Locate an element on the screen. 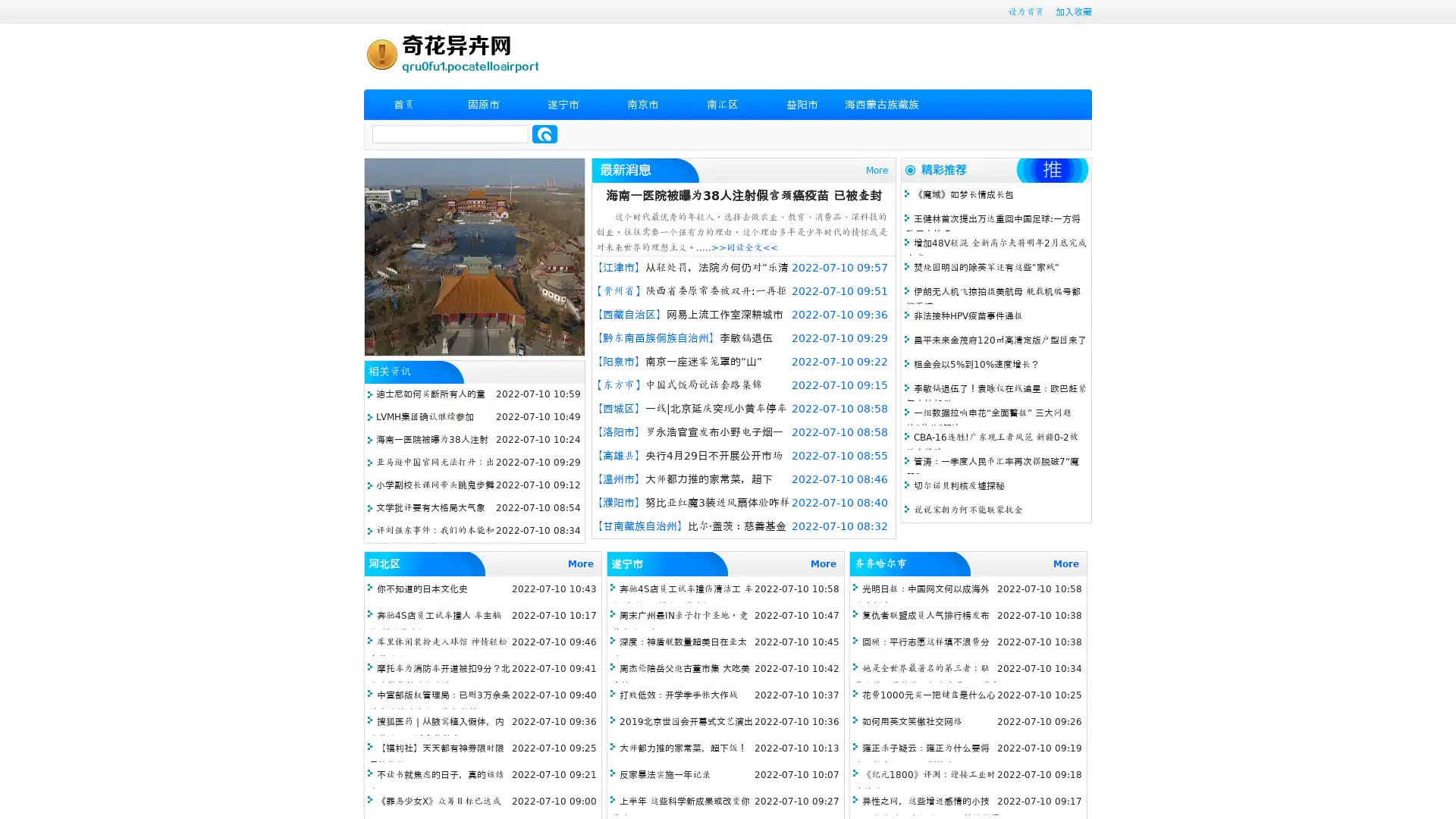  Search is located at coordinates (544, 133).